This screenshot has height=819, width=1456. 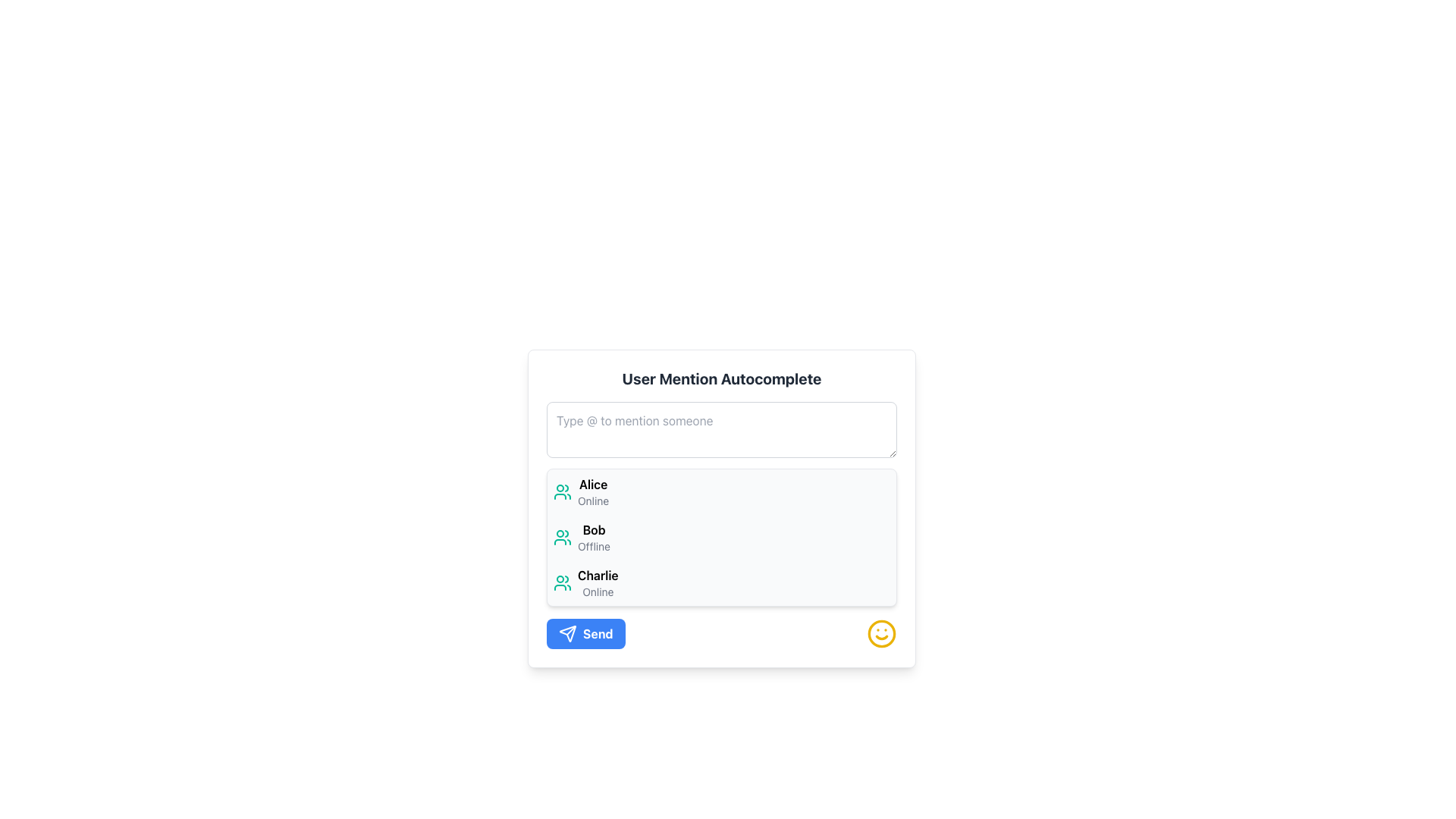 What do you see at coordinates (562, 582) in the screenshot?
I see `the icon that represents the user entry for 'Charlie', located on the leftmost side of the entry` at bounding box center [562, 582].